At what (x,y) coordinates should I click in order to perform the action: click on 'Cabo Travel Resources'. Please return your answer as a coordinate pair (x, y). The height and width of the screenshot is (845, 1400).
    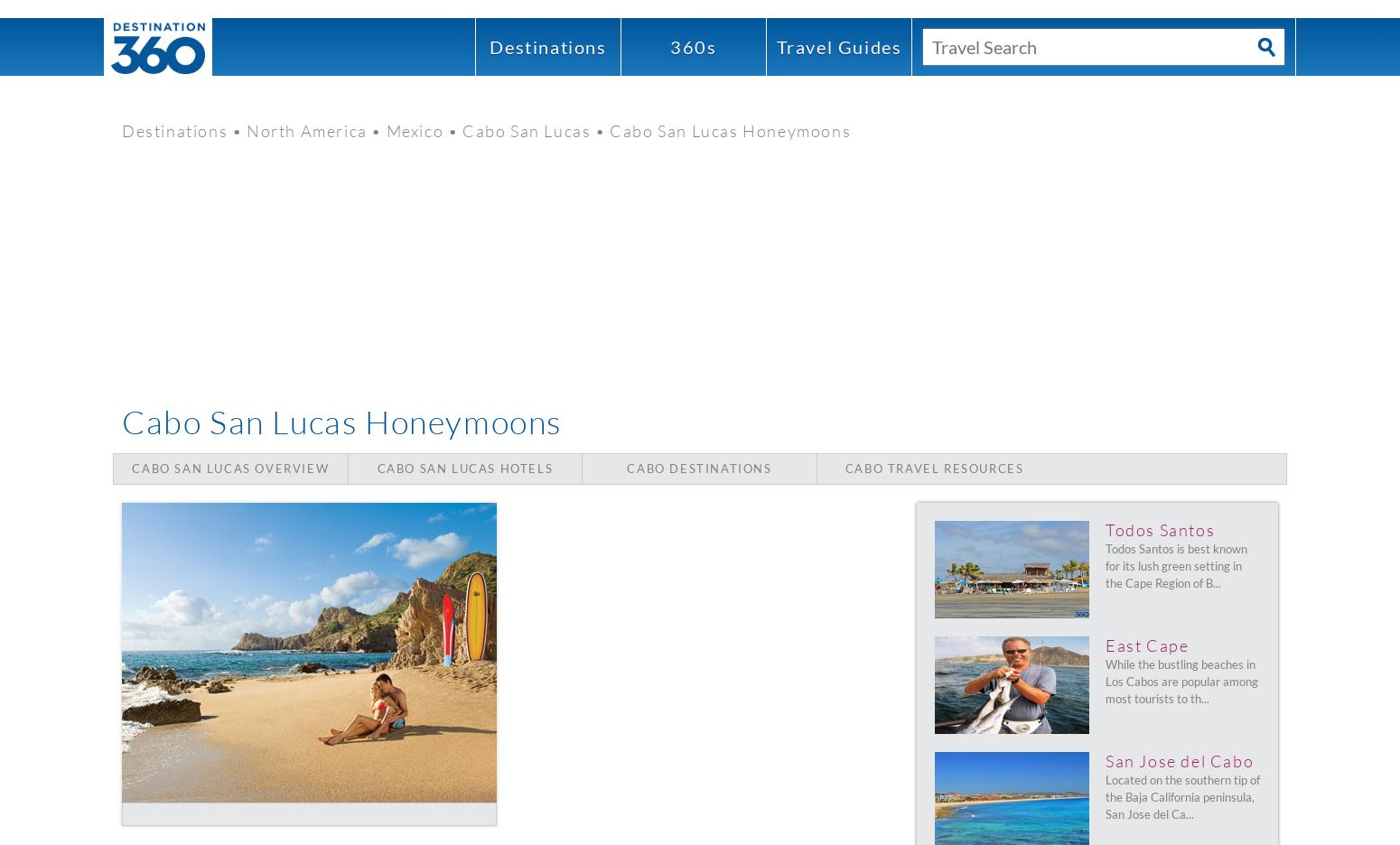
    Looking at the image, I should click on (934, 469).